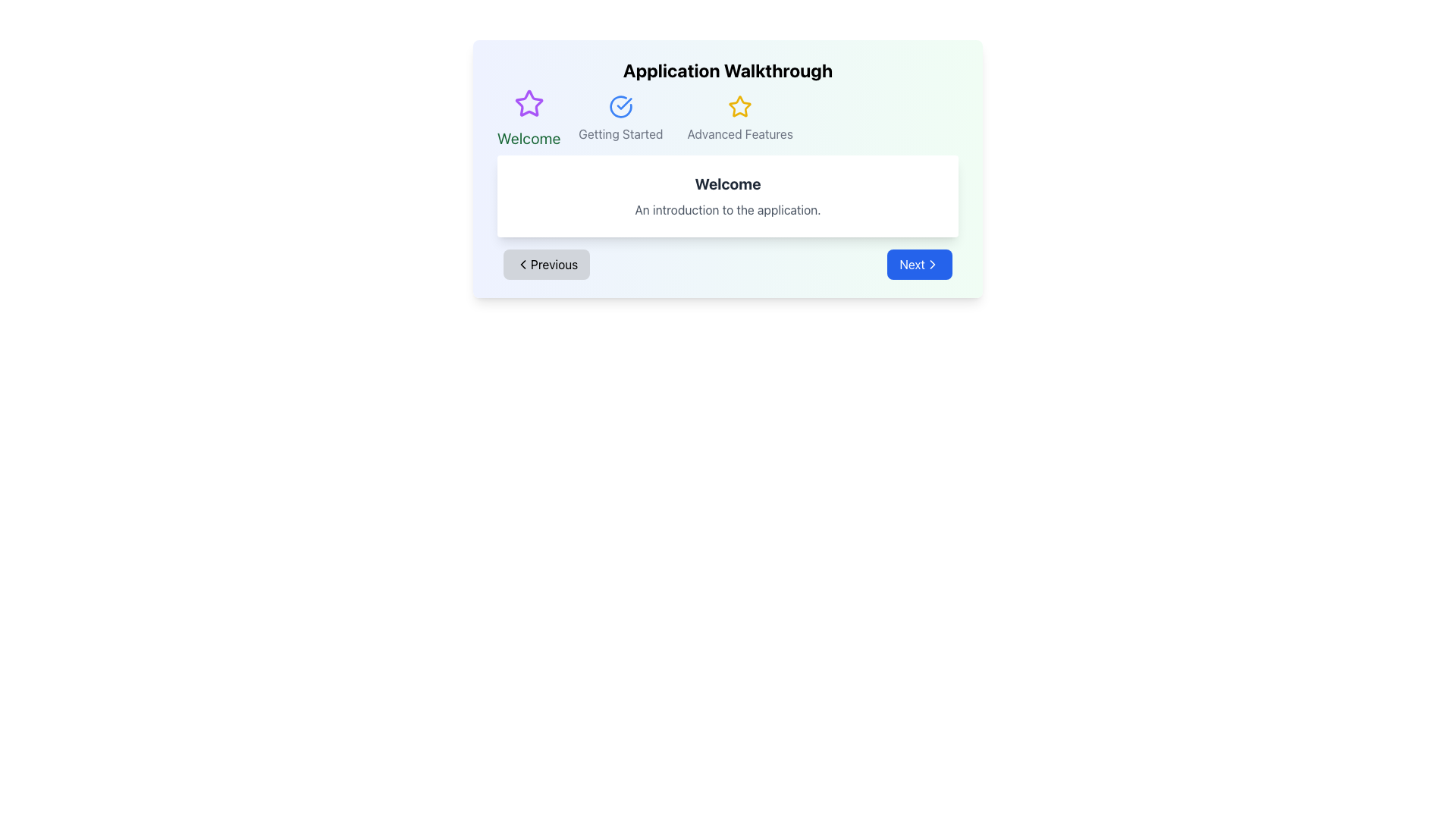 The width and height of the screenshot is (1456, 819). What do you see at coordinates (529, 103) in the screenshot?
I see `the purple star-shaped icon located at the top left of the 'Welcome' section, directly above the green-highlighted text 'Welcome'` at bounding box center [529, 103].